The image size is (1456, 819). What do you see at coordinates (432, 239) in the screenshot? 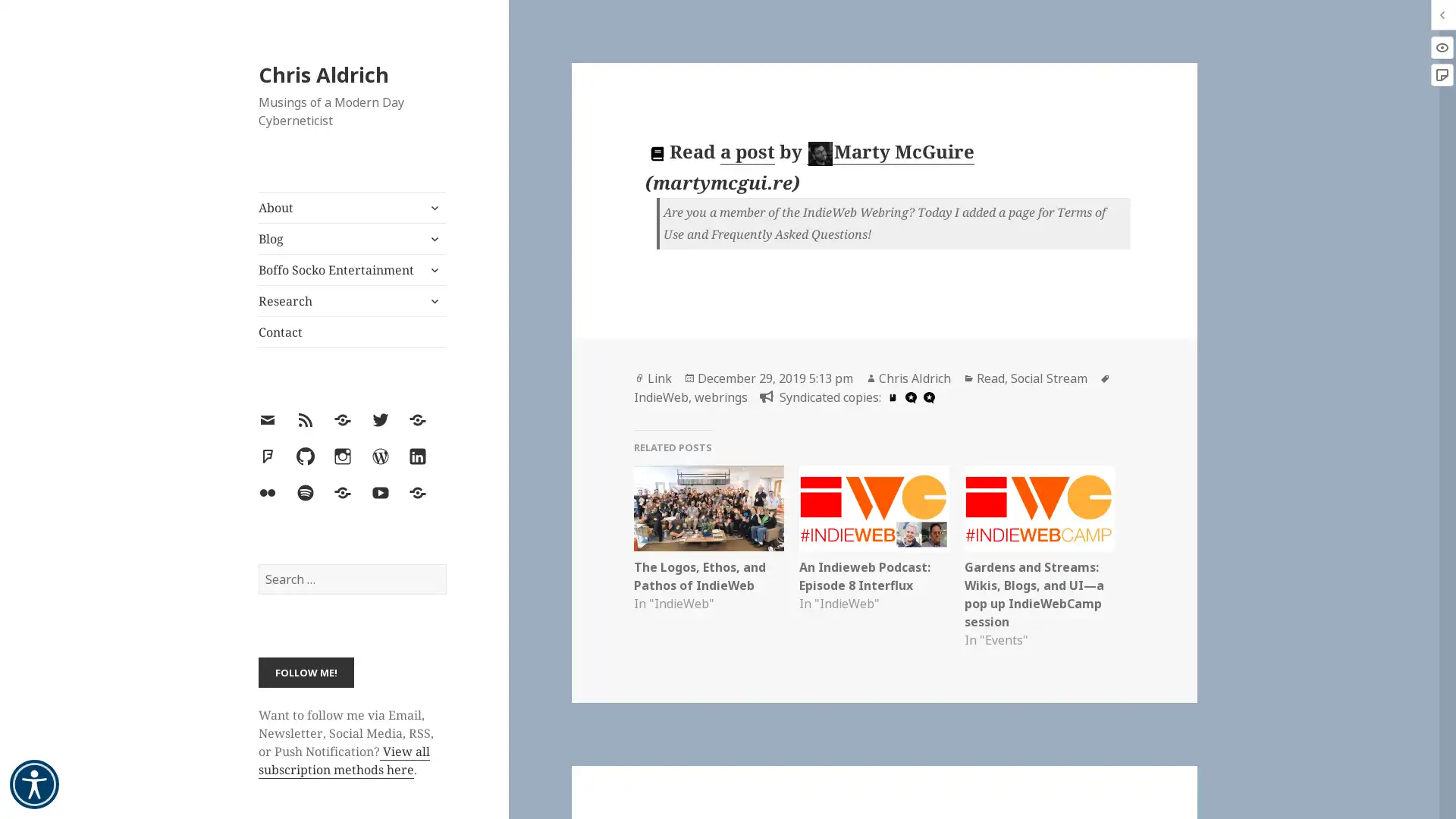
I see `expand child menu` at bounding box center [432, 239].